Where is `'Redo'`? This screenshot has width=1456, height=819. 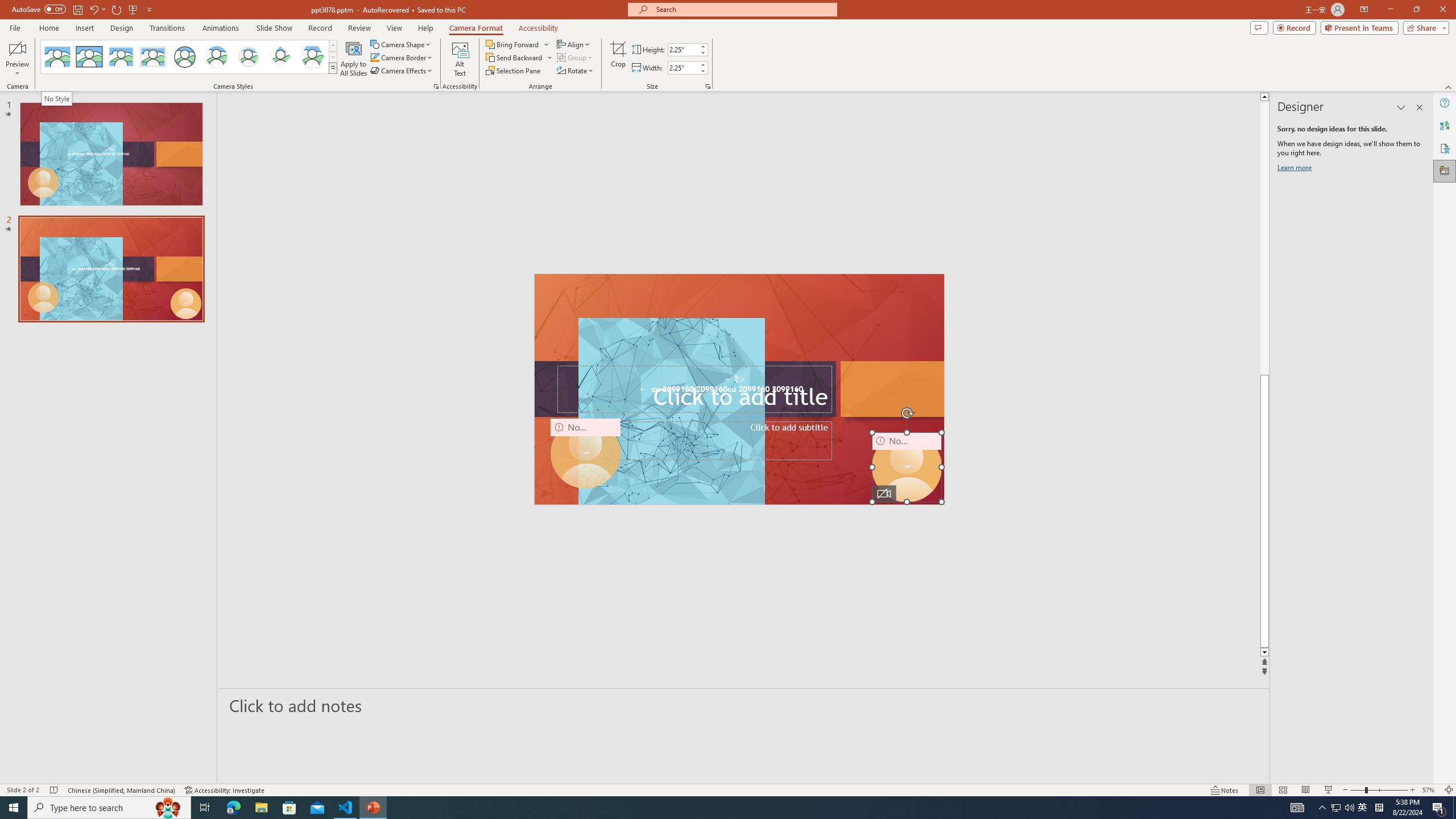 'Redo' is located at coordinates (117, 9).